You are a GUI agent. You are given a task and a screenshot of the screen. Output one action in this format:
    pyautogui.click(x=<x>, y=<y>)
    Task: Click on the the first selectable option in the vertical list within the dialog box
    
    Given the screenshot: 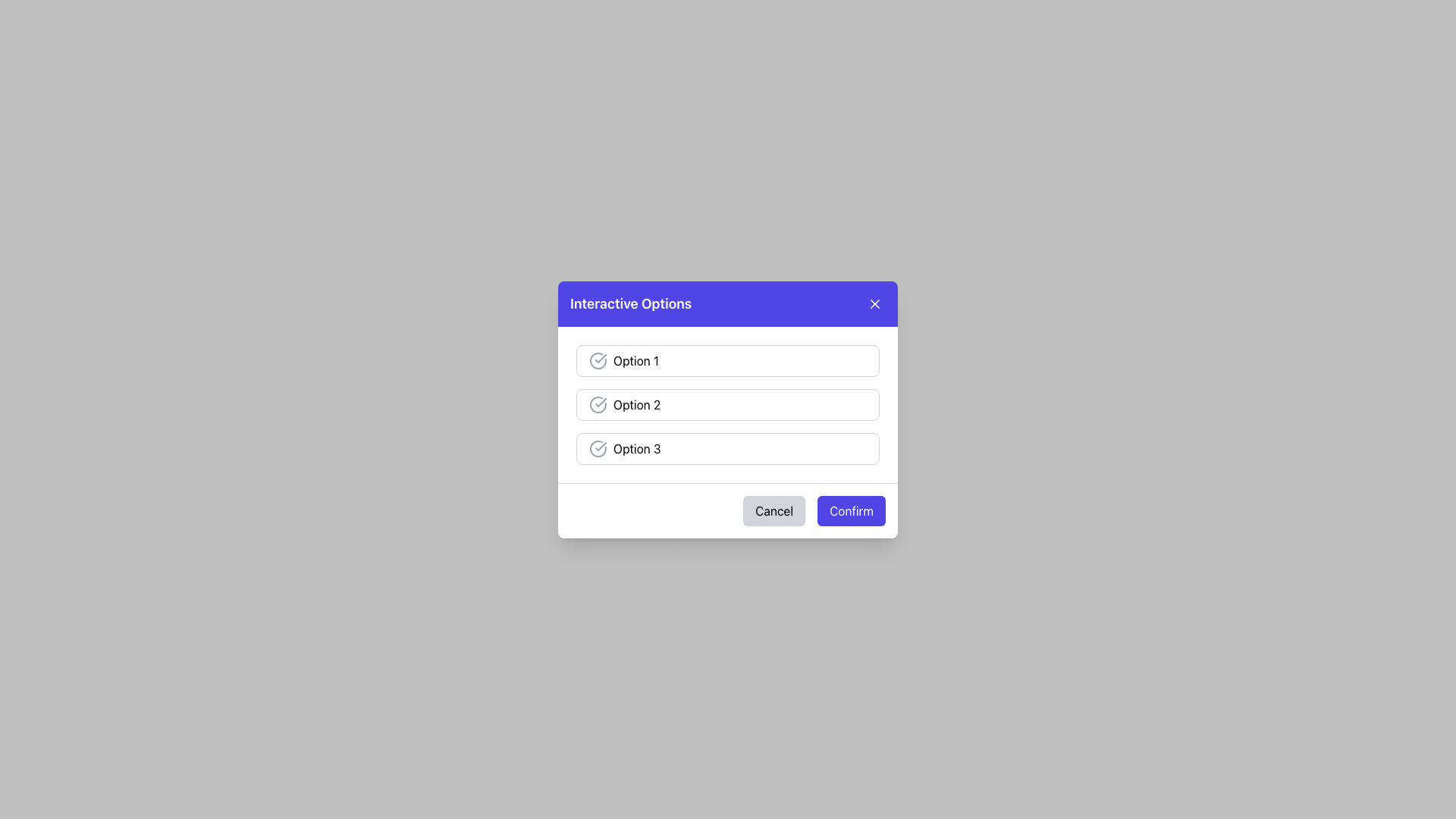 What is the action you would take?
    pyautogui.click(x=728, y=359)
    